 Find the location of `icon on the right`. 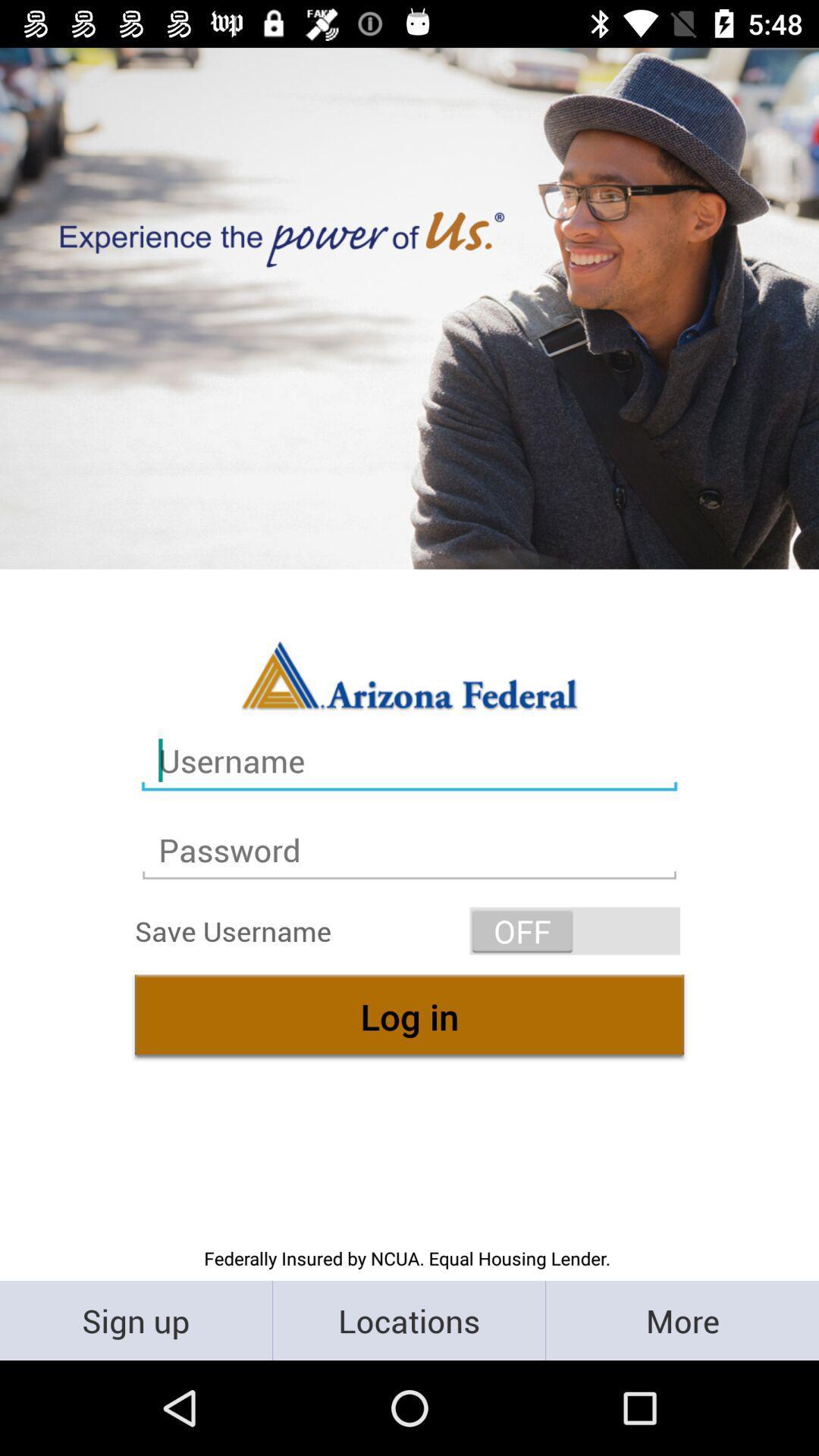

icon on the right is located at coordinates (575, 930).